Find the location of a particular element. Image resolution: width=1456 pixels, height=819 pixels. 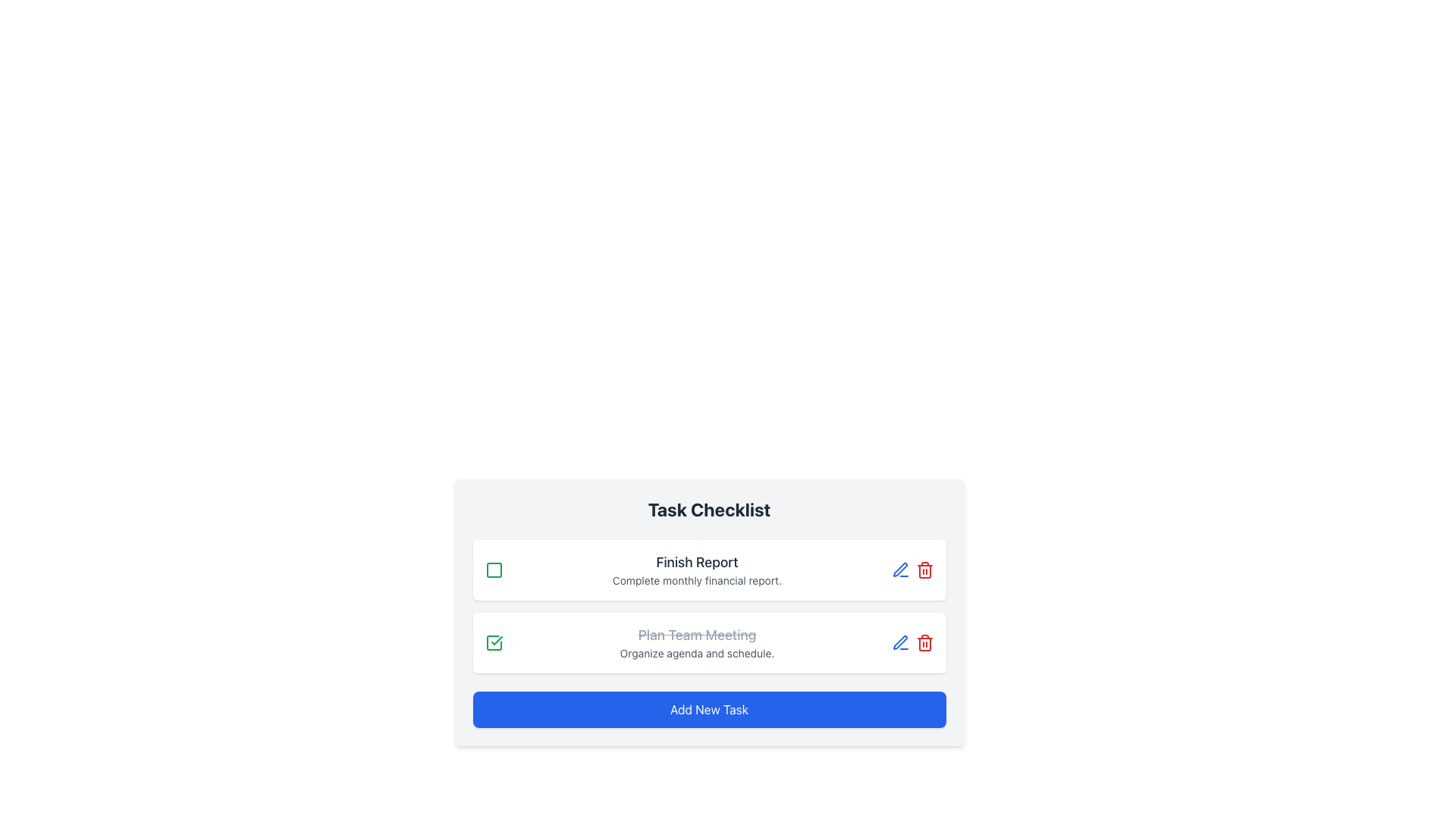

the Text label displaying 'Plan Team Meeting' which indicates a completed task in the checklist is located at coordinates (696, 635).